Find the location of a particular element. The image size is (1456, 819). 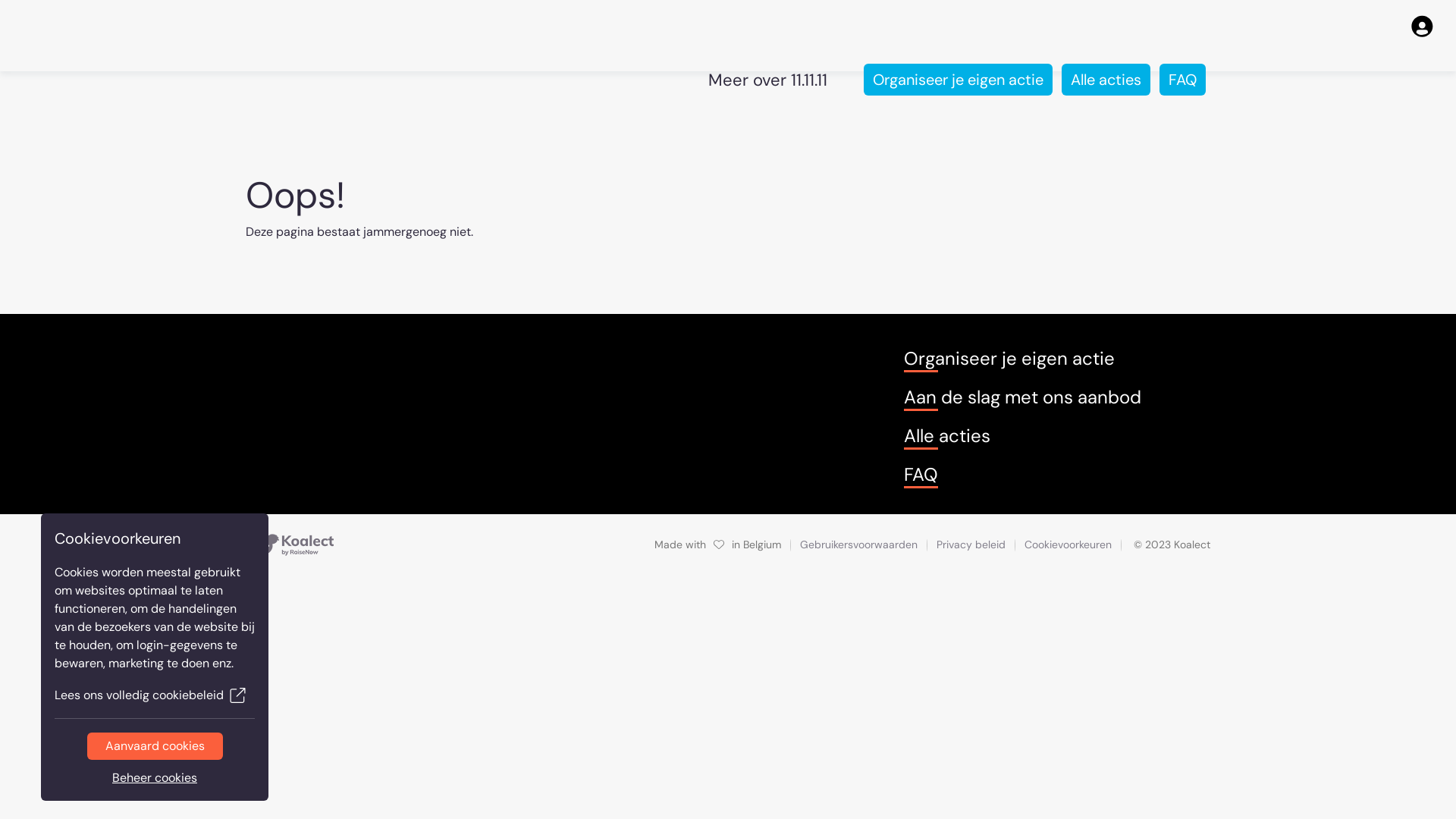

'Cookievoorkeuren' is located at coordinates (1067, 544).